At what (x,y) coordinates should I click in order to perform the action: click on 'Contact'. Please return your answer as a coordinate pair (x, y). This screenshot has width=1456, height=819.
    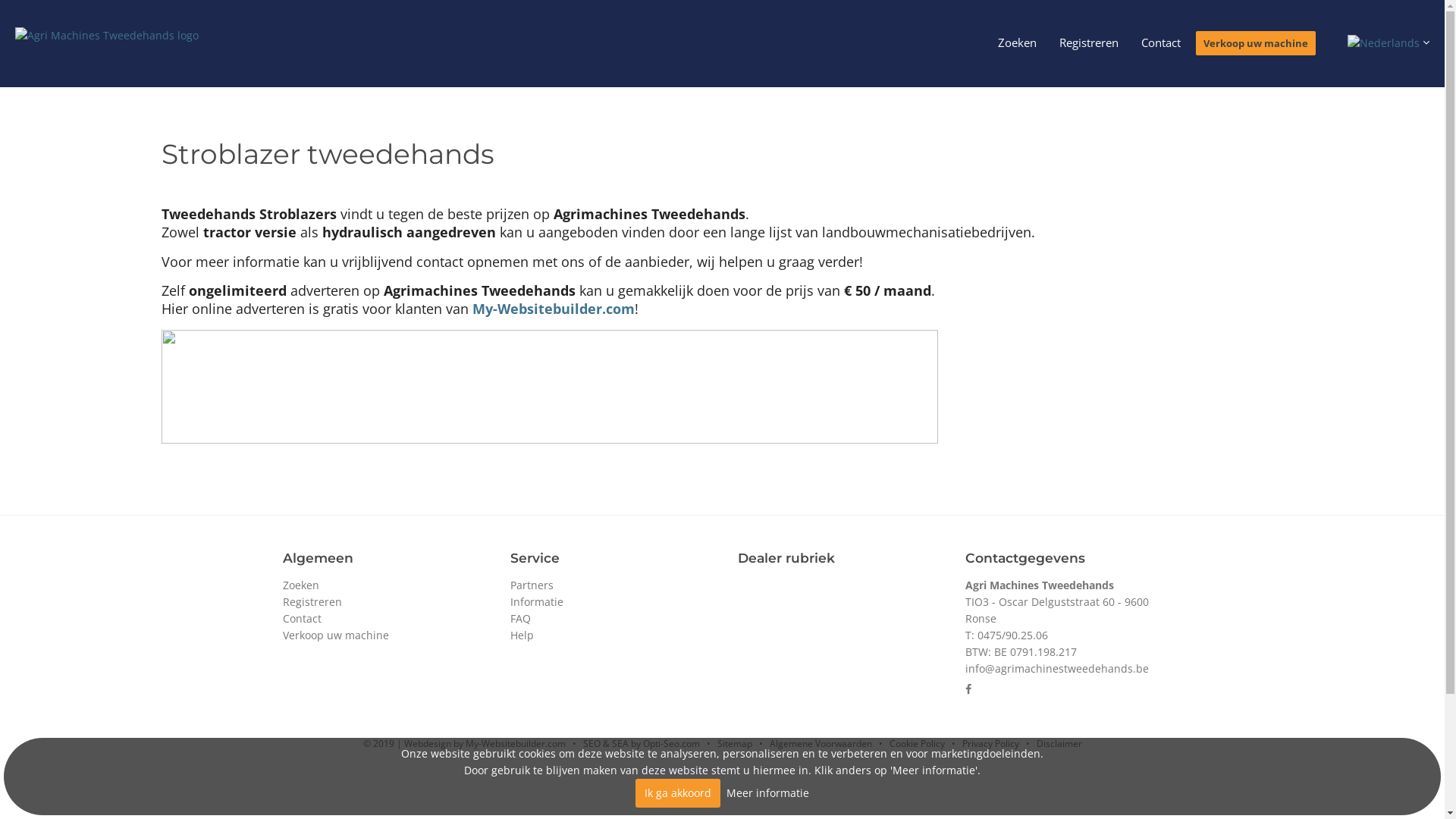
    Looking at the image, I should click on (1160, 42).